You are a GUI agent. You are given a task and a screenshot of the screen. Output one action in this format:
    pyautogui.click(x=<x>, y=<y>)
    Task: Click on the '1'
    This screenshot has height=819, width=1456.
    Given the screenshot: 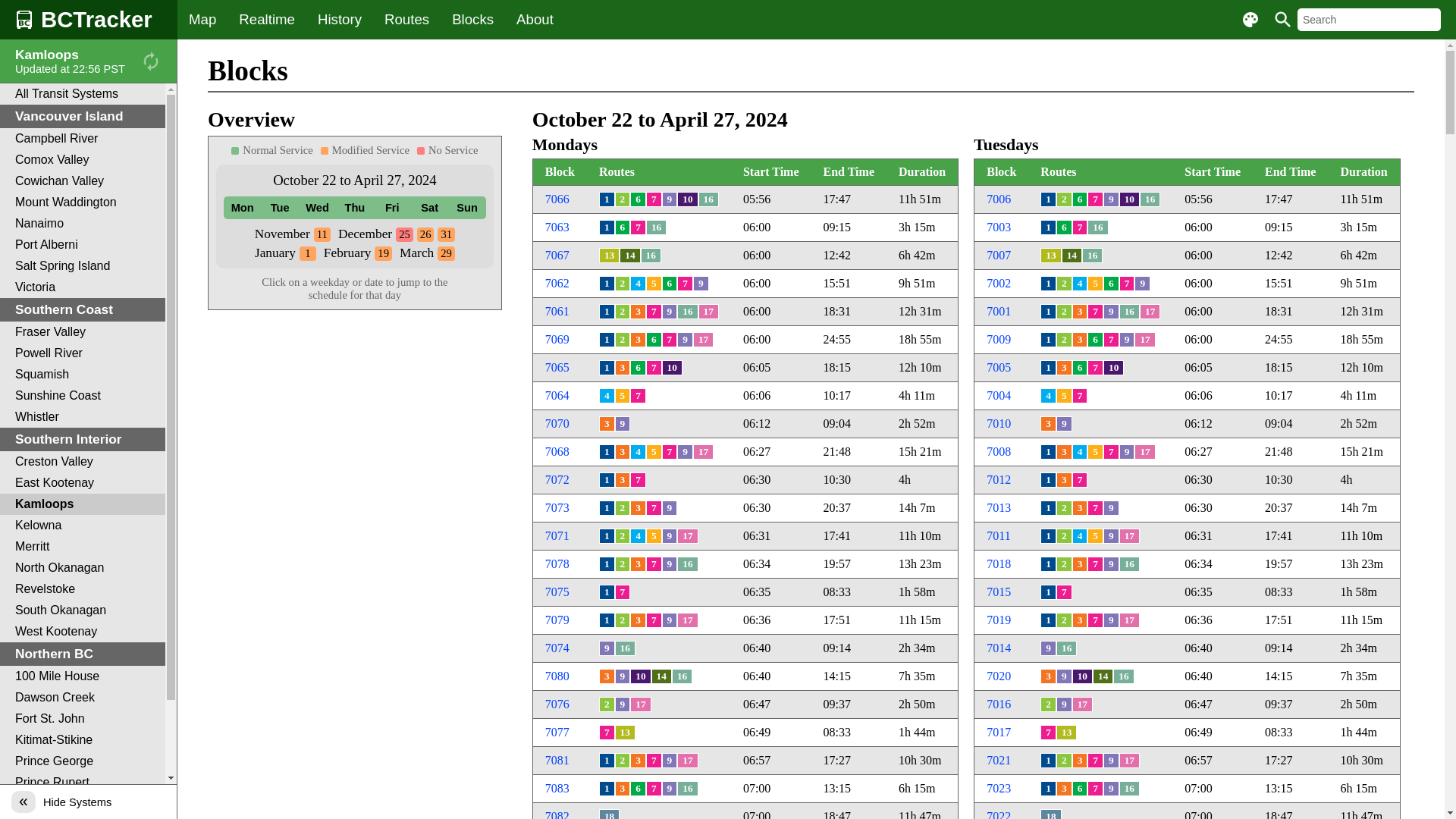 What is the action you would take?
    pyautogui.click(x=598, y=479)
    